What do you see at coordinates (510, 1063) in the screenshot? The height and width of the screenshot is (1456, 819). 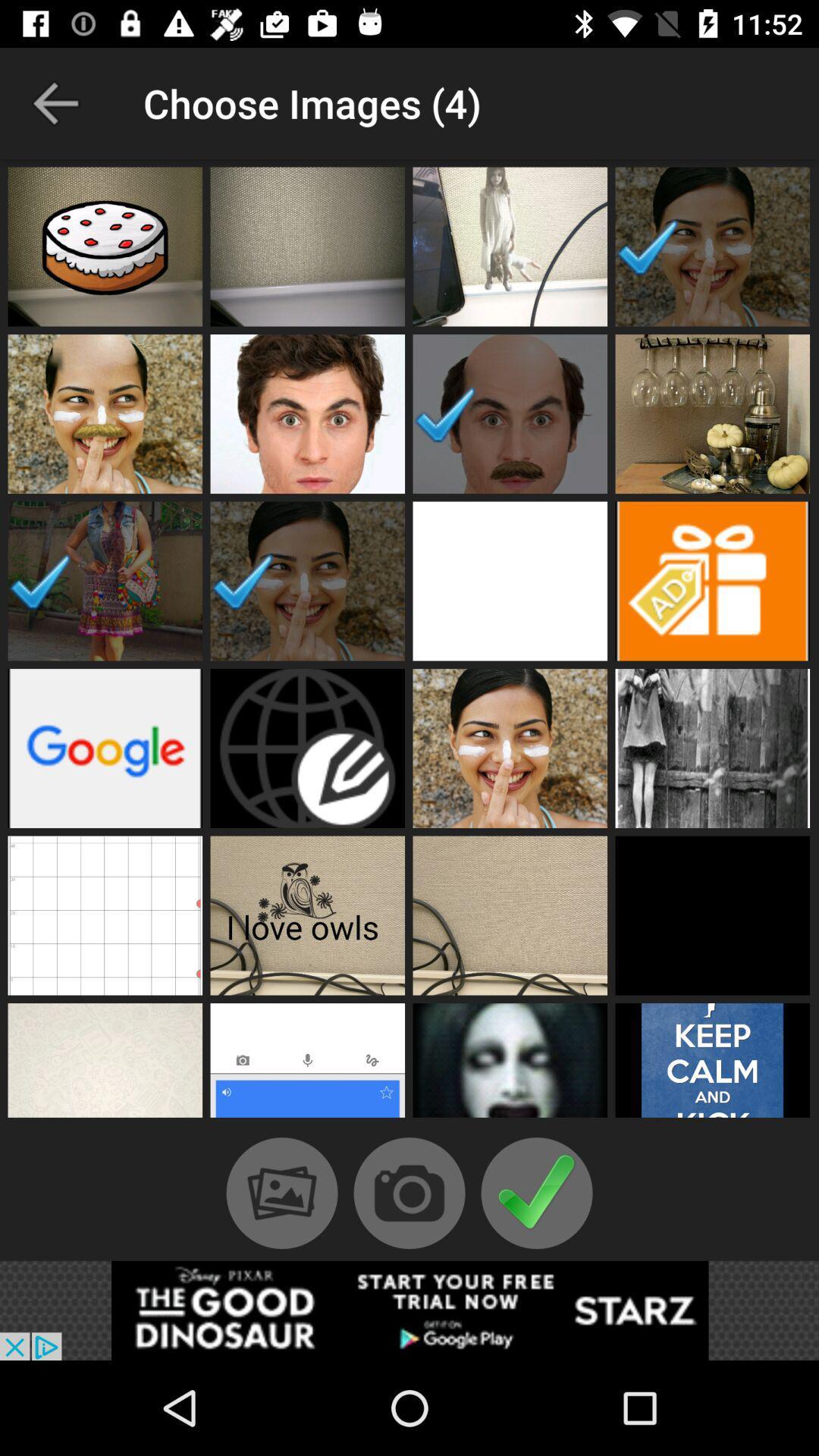 I see `image thumbnails` at bounding box center [510, 1063].